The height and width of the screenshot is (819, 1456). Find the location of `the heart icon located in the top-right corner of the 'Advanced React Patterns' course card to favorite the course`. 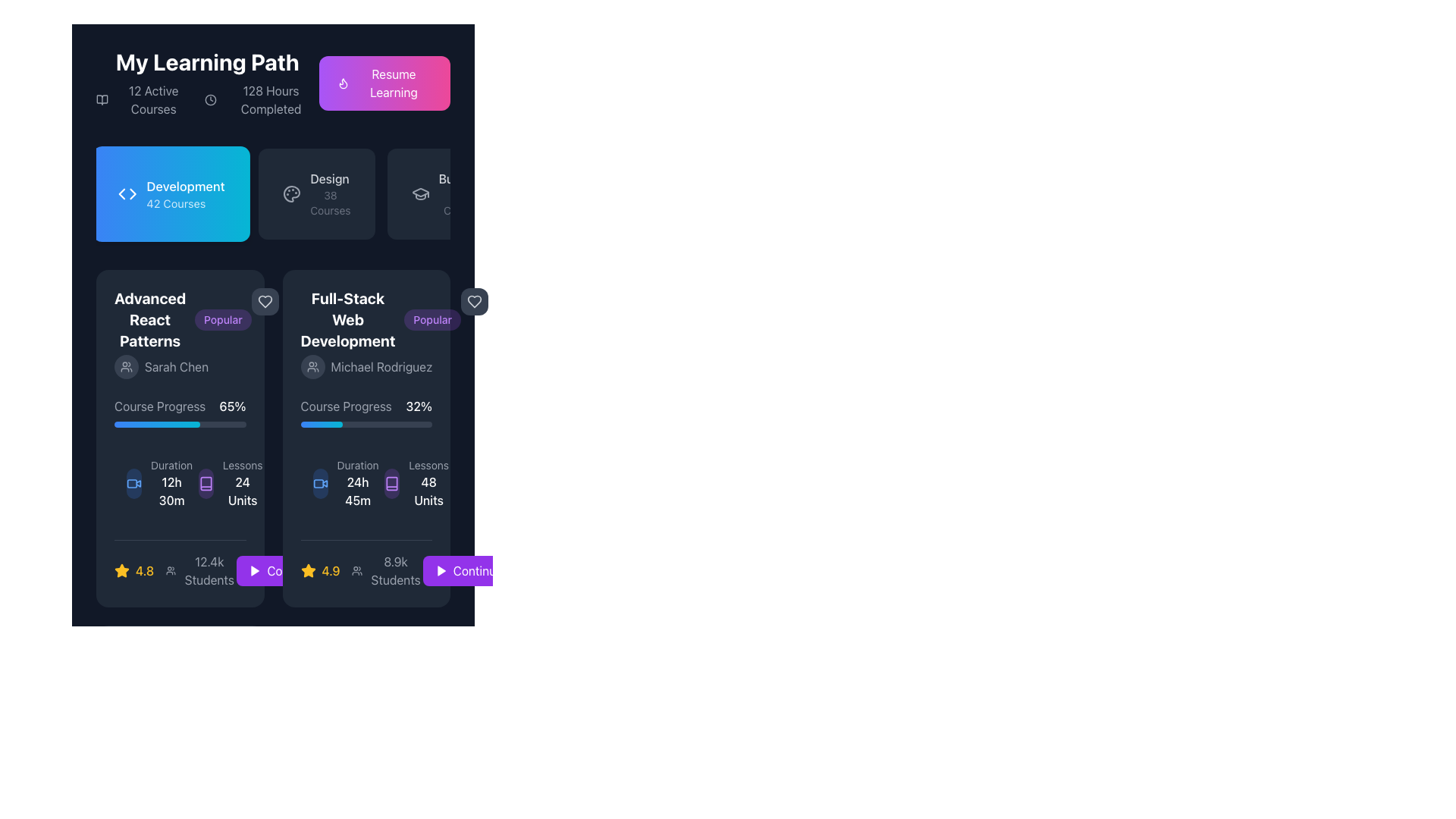

the heart icon located in the top-right corner of the 'Advanced React Patterns' course card to favorite the course is located at coordinates (265, 301).